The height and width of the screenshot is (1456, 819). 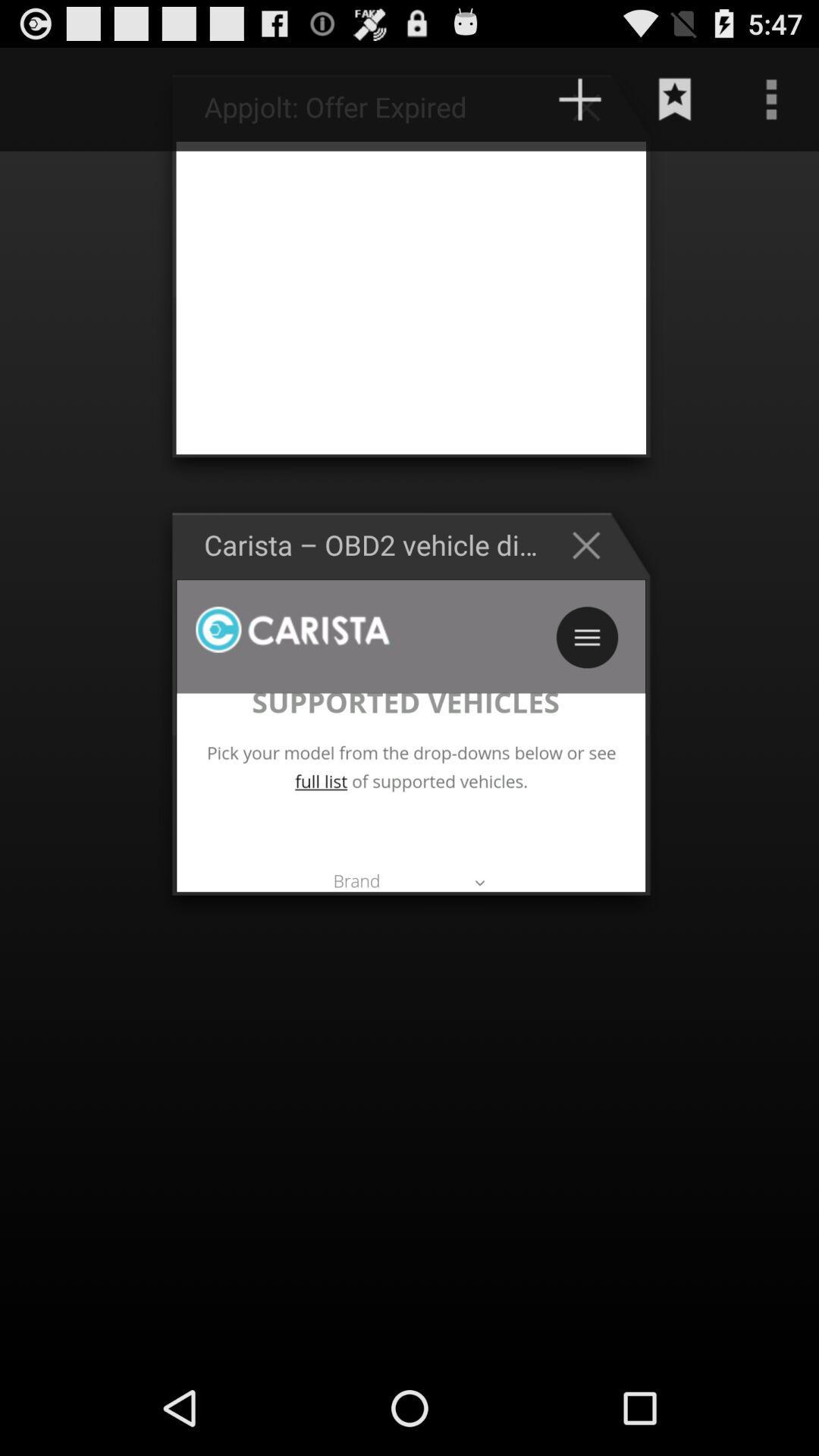 I want to click on the more icon, so click(x=771, y=105).